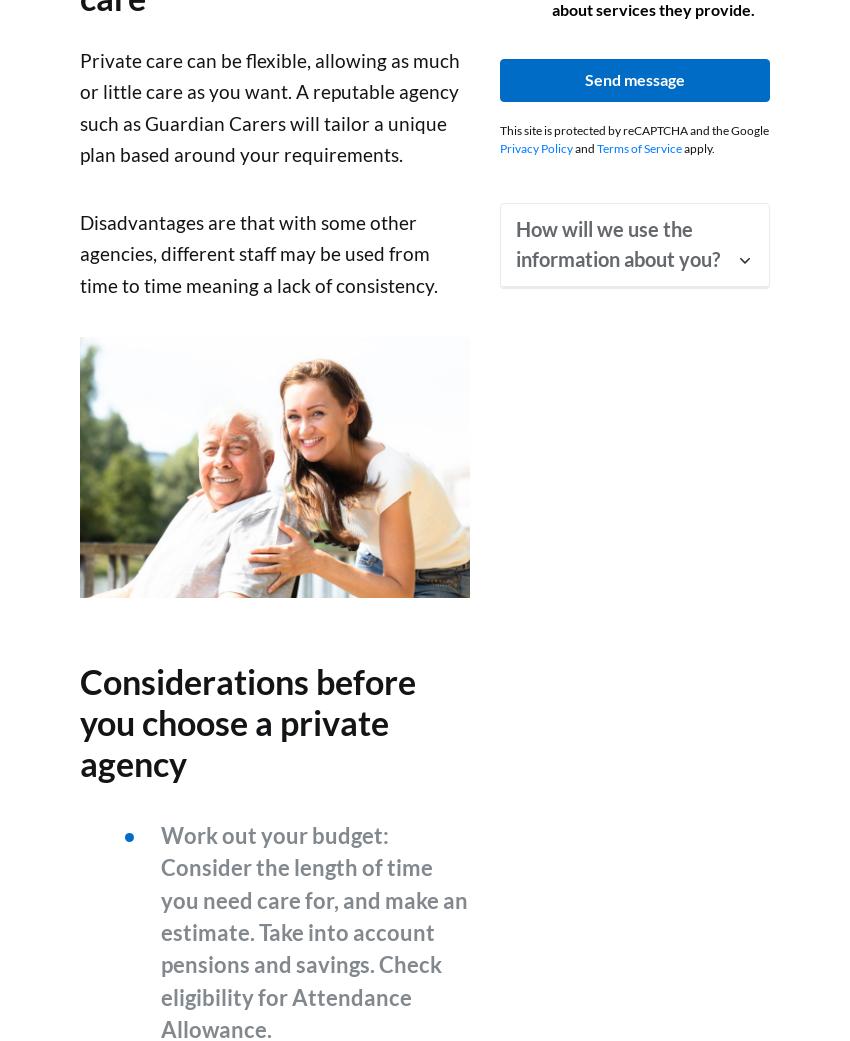 This screenshot has width=850, height=1041. What do you see at coordinates (617, 242) in the screenshot?
I see `'How will we use the information about you?'` at bounding box center [617, 242].